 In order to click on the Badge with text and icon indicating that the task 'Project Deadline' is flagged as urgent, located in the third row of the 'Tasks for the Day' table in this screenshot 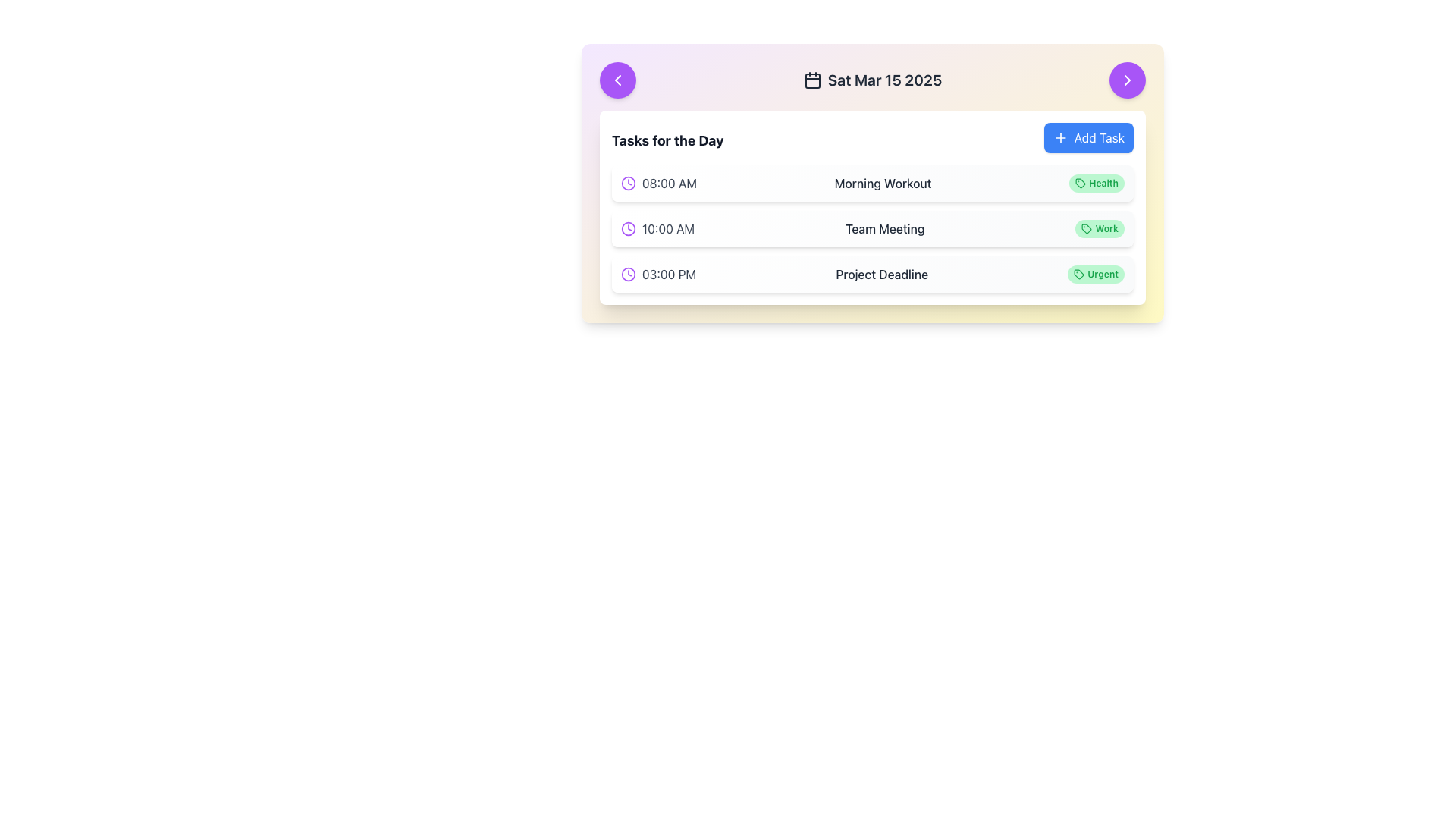, I will do `click(1096, 275)`.